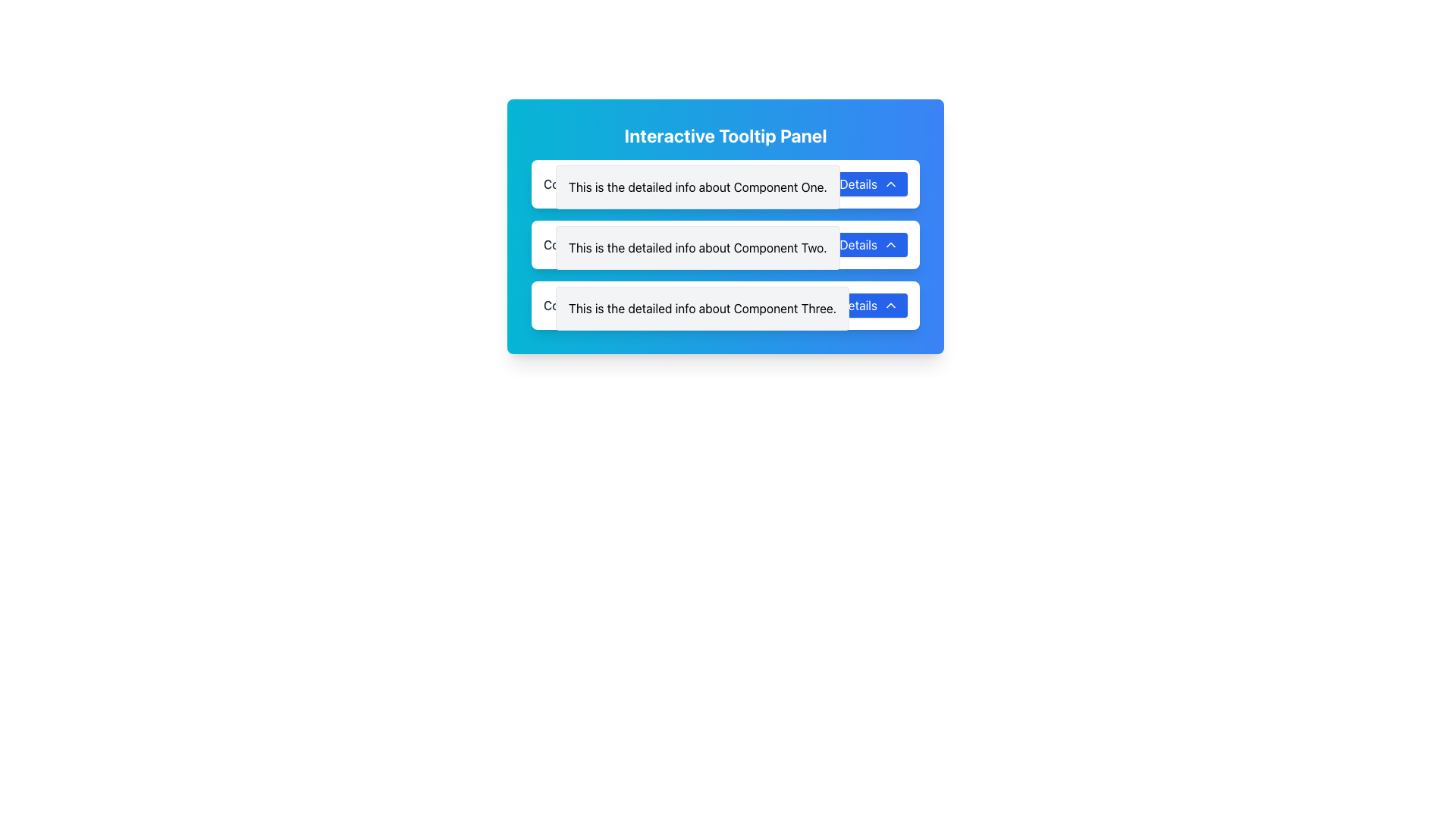 The height and width of the screenshot is (819, 1456). Describe the element at coordinates (869, 184) in the screenshot. I see `the button located on the right side of the first panel, adjacent to the descriptive text 'This is the detailed info about Component One'` at that location.